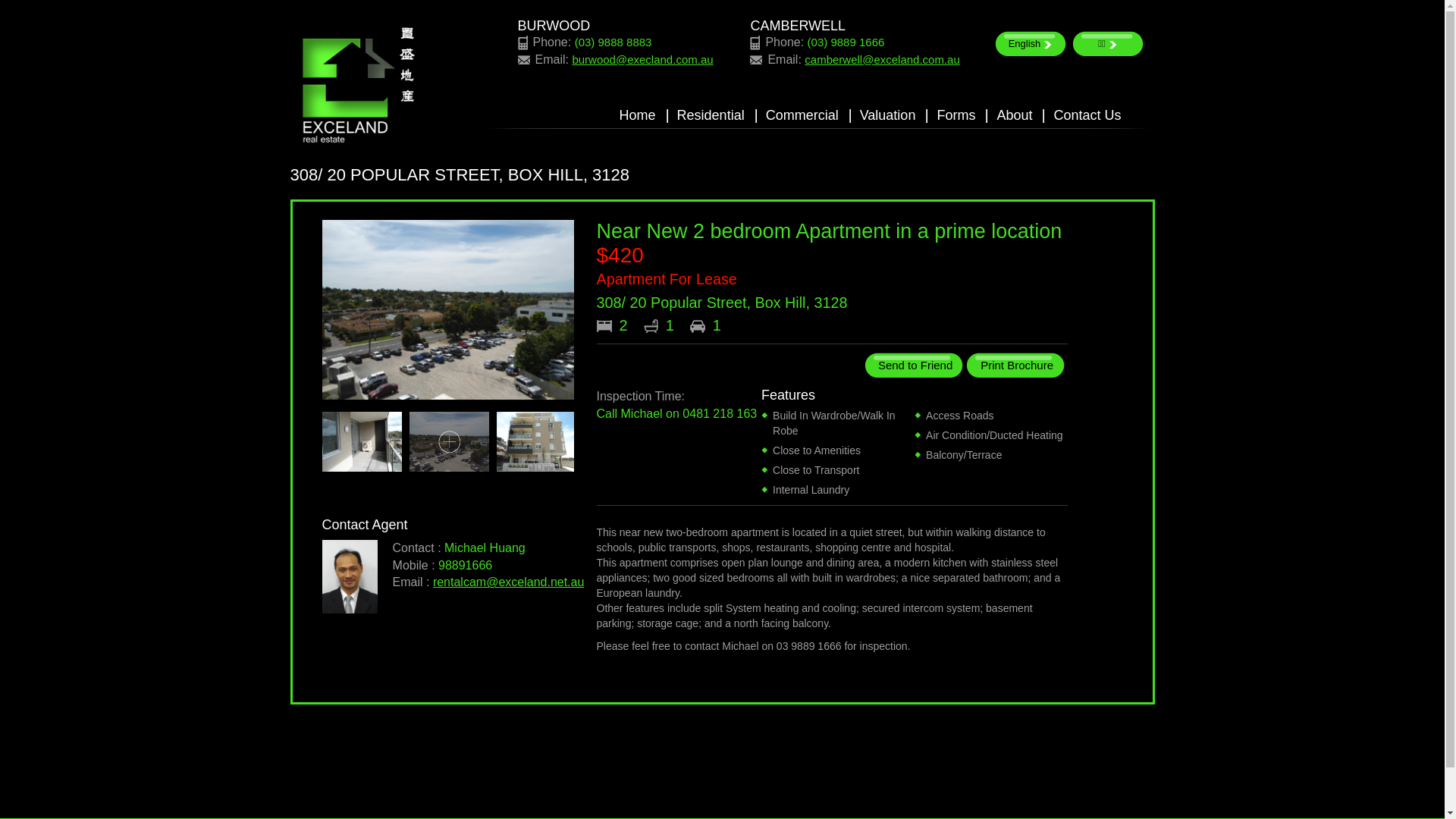  What do you see at coordinates (955, 115) in the screenshot?
I see `'Forms'` at bounding box center [955, 115].